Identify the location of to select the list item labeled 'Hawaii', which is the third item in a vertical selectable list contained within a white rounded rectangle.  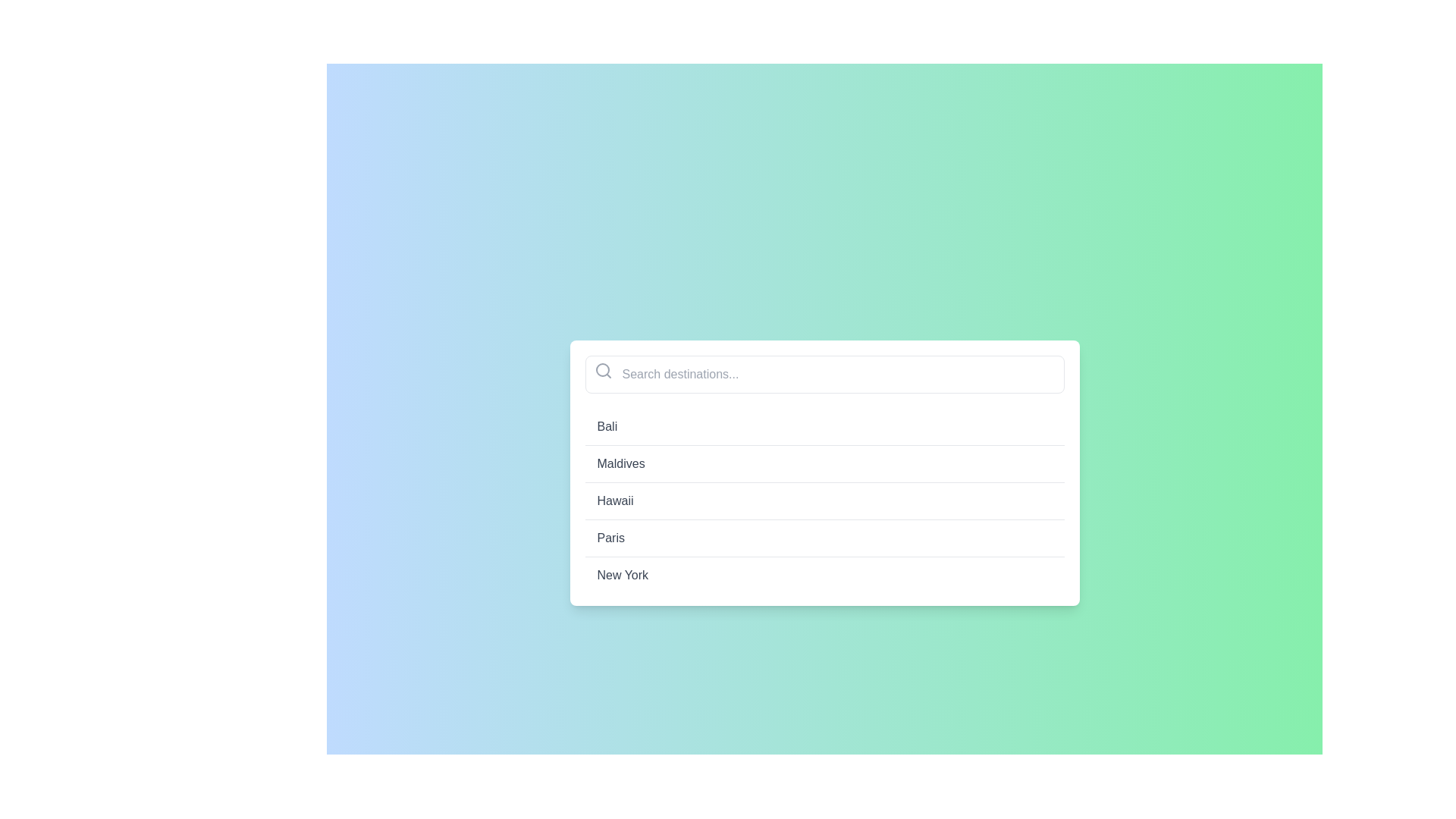
(824, 500).